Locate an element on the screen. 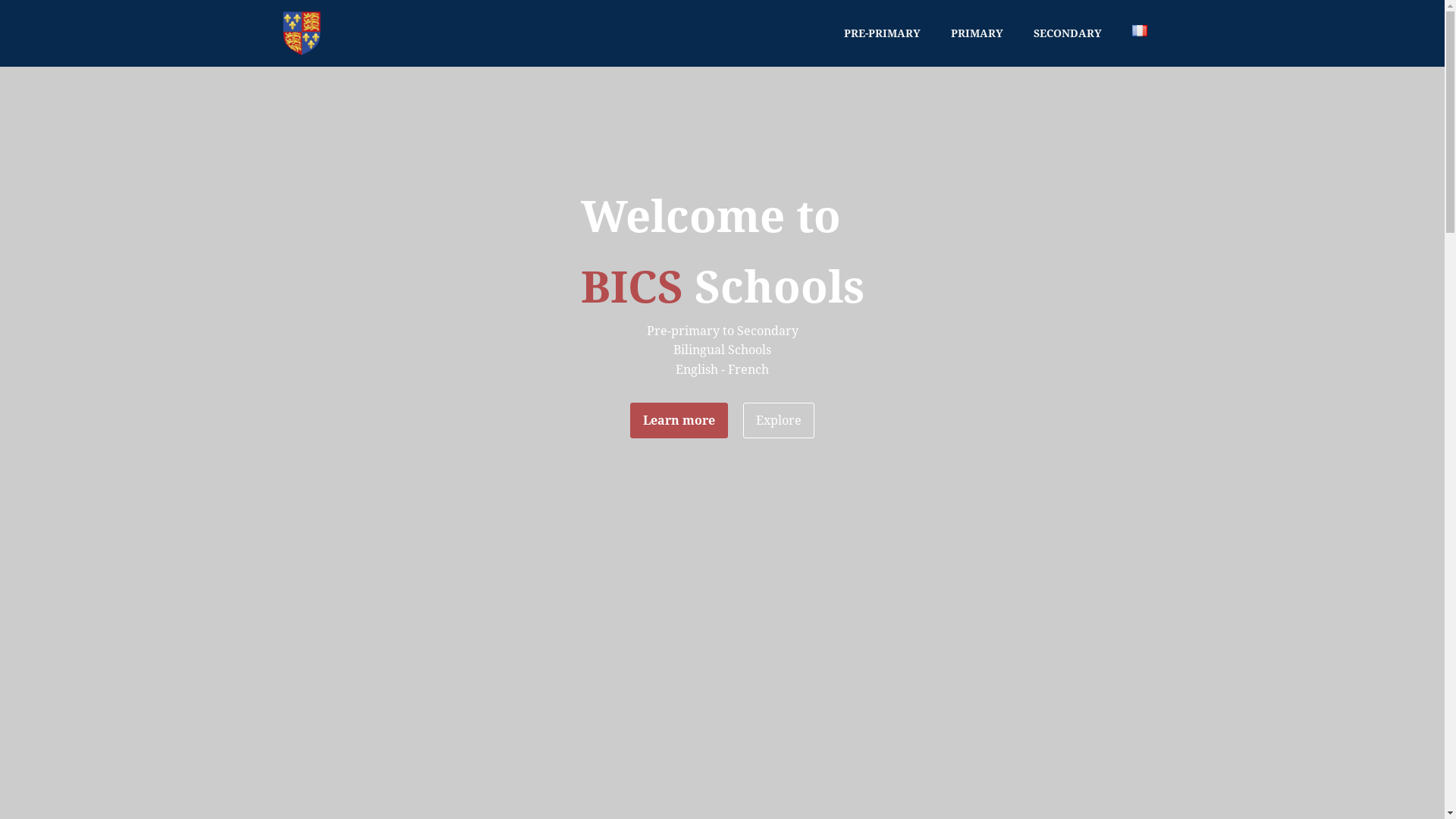 This screenshot has height=819, width=1456. 'PRE-PRIMARY' is located at coordinates (881, 33).